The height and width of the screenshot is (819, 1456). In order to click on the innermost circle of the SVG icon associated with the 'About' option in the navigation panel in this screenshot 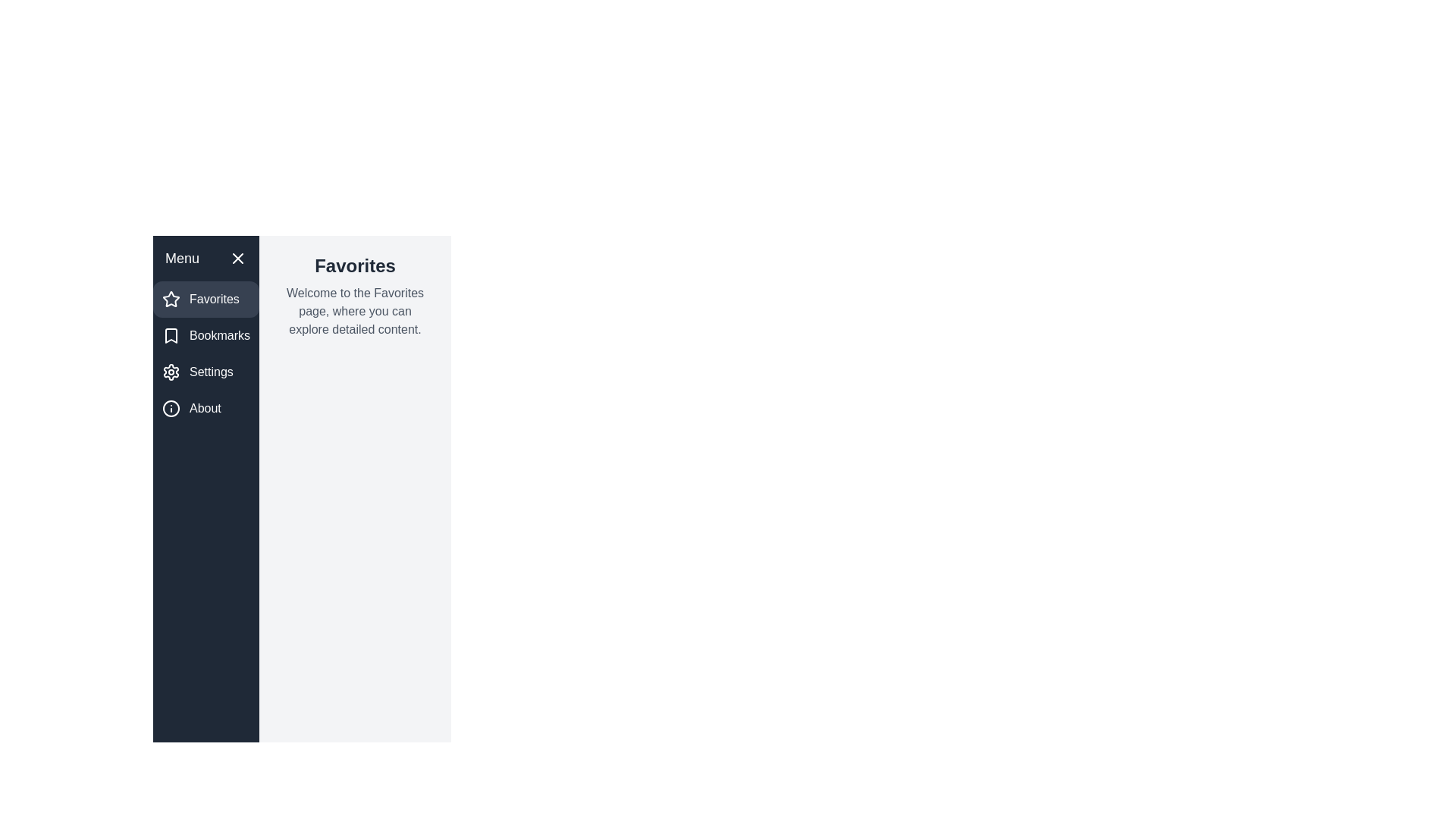, I will do `click(171, 408)`.